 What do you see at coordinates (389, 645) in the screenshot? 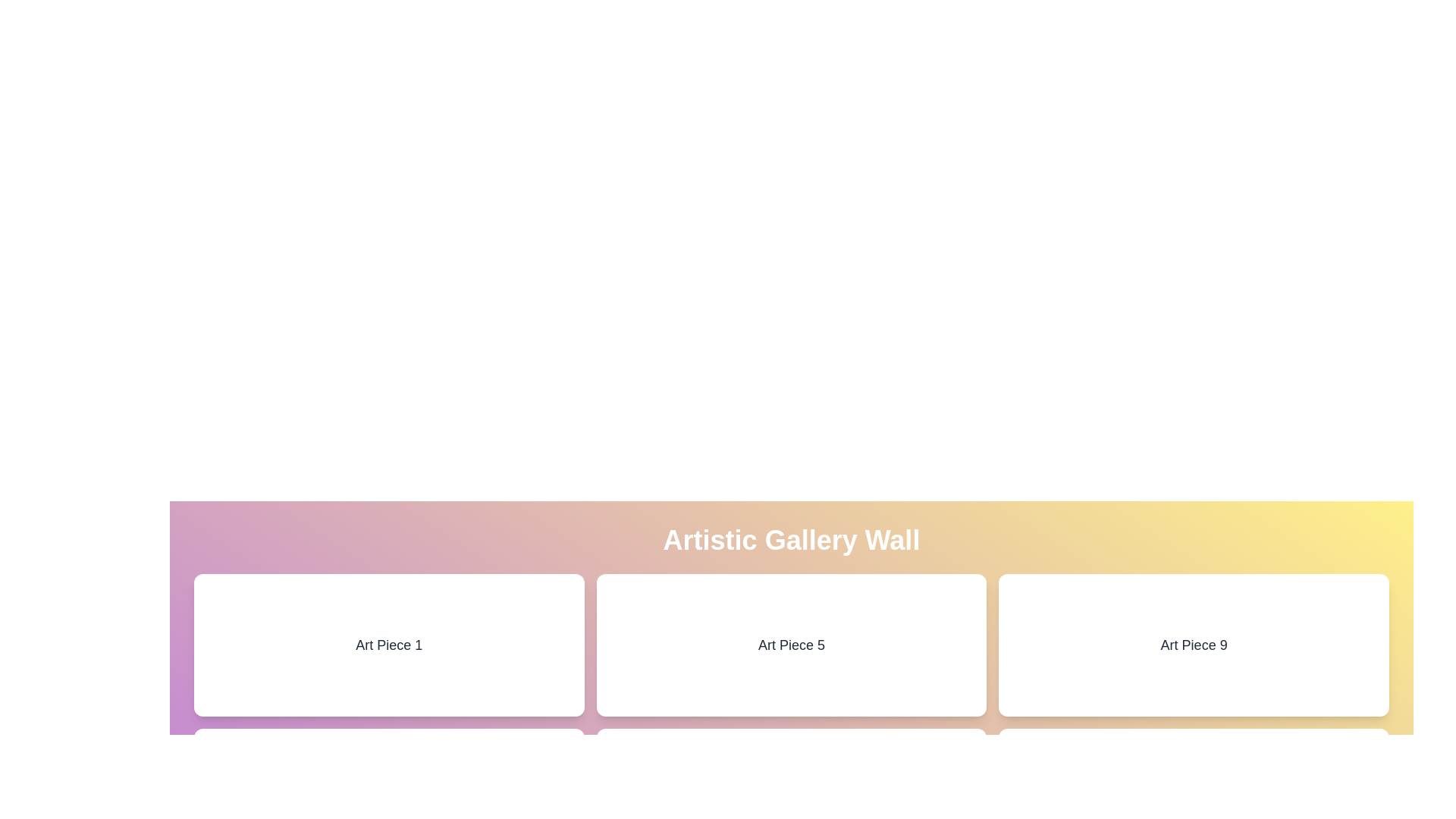
I see `the first art display card located in the top left corner of the grid layout` at bounding box center [389, 645].